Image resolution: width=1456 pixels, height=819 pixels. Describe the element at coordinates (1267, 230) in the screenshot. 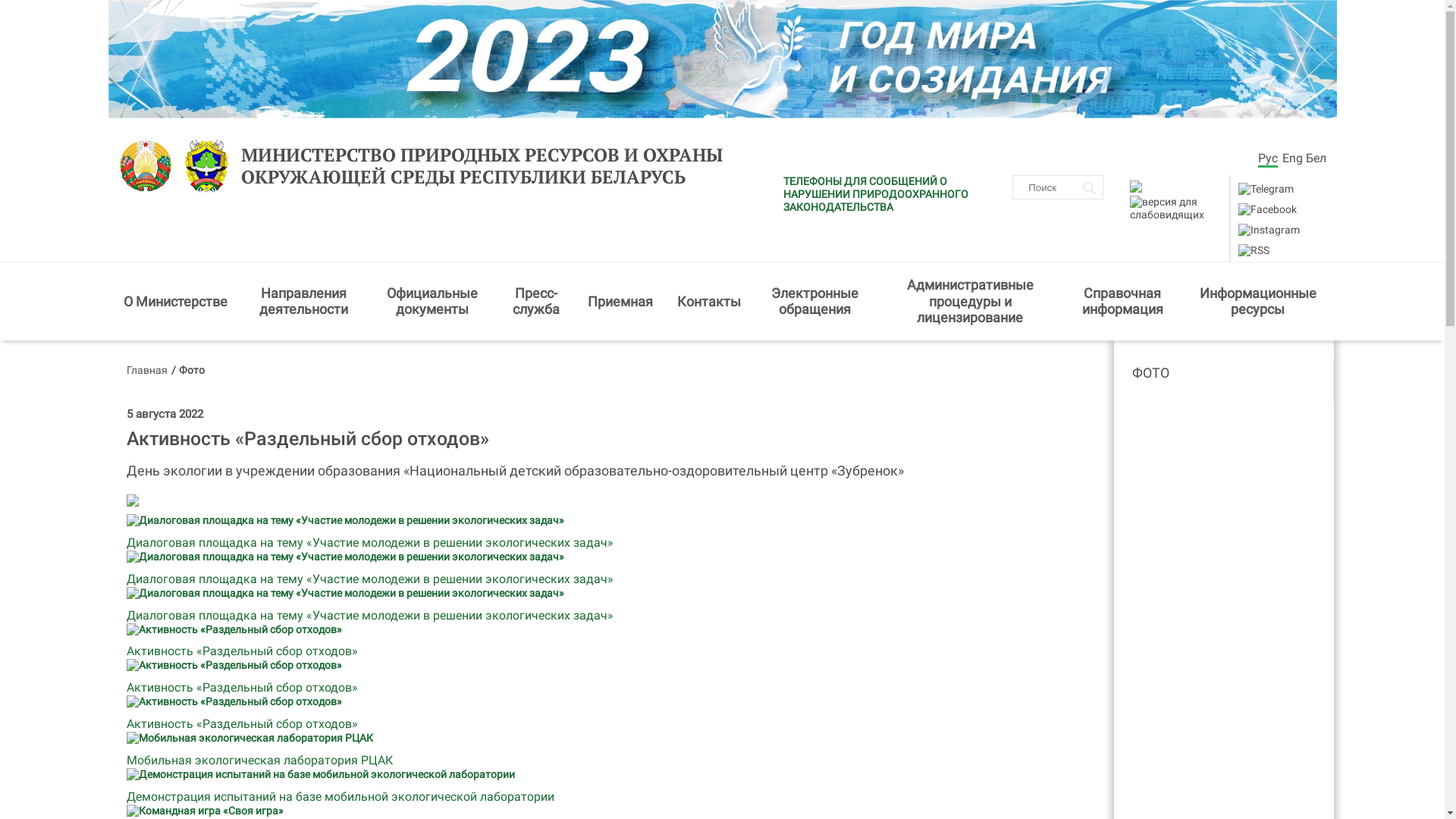

I see `'Instagram'` at that location.